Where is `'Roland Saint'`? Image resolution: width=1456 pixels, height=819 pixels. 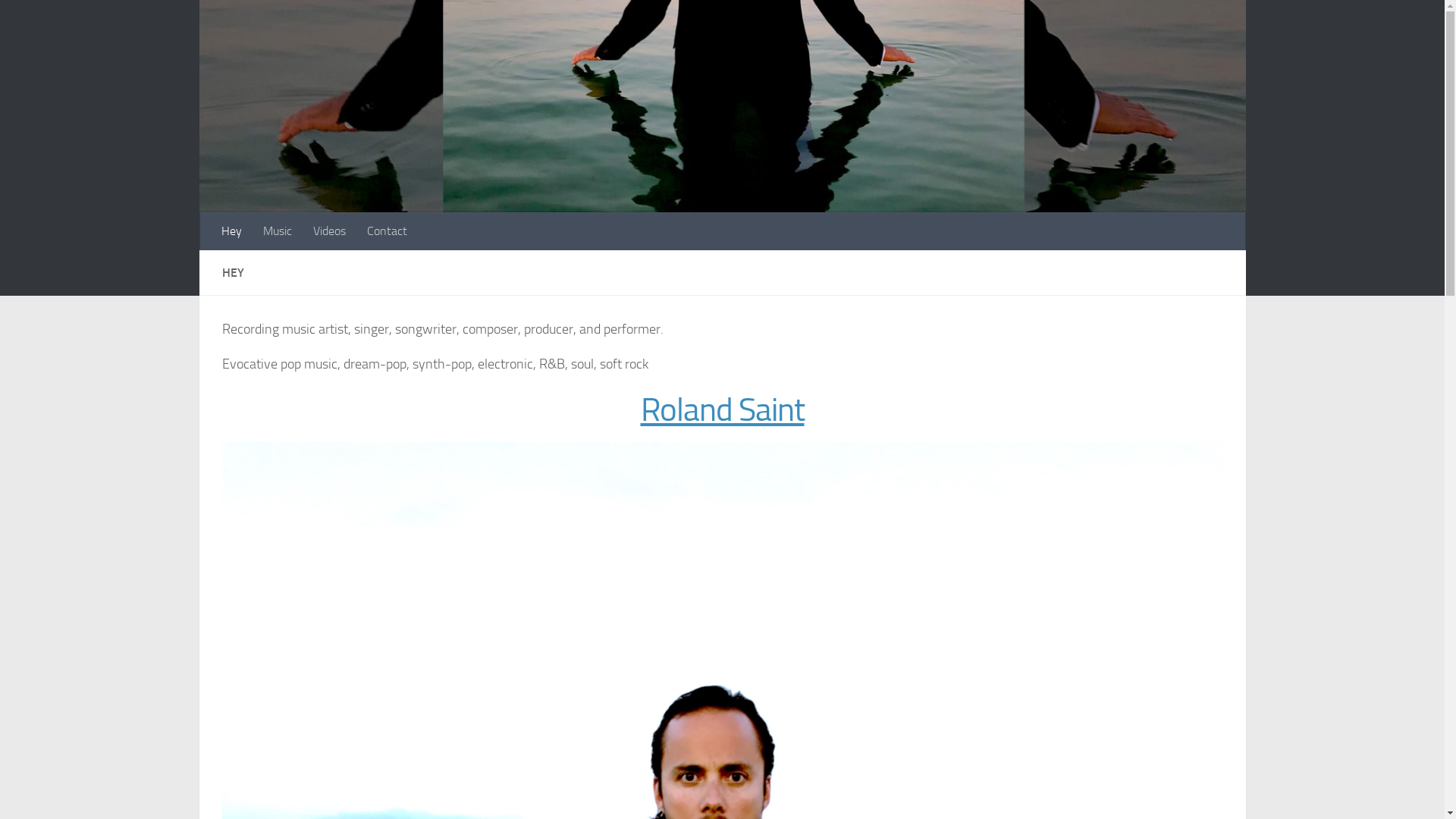 'Roland Saint' is located at coordinates (720, 409).